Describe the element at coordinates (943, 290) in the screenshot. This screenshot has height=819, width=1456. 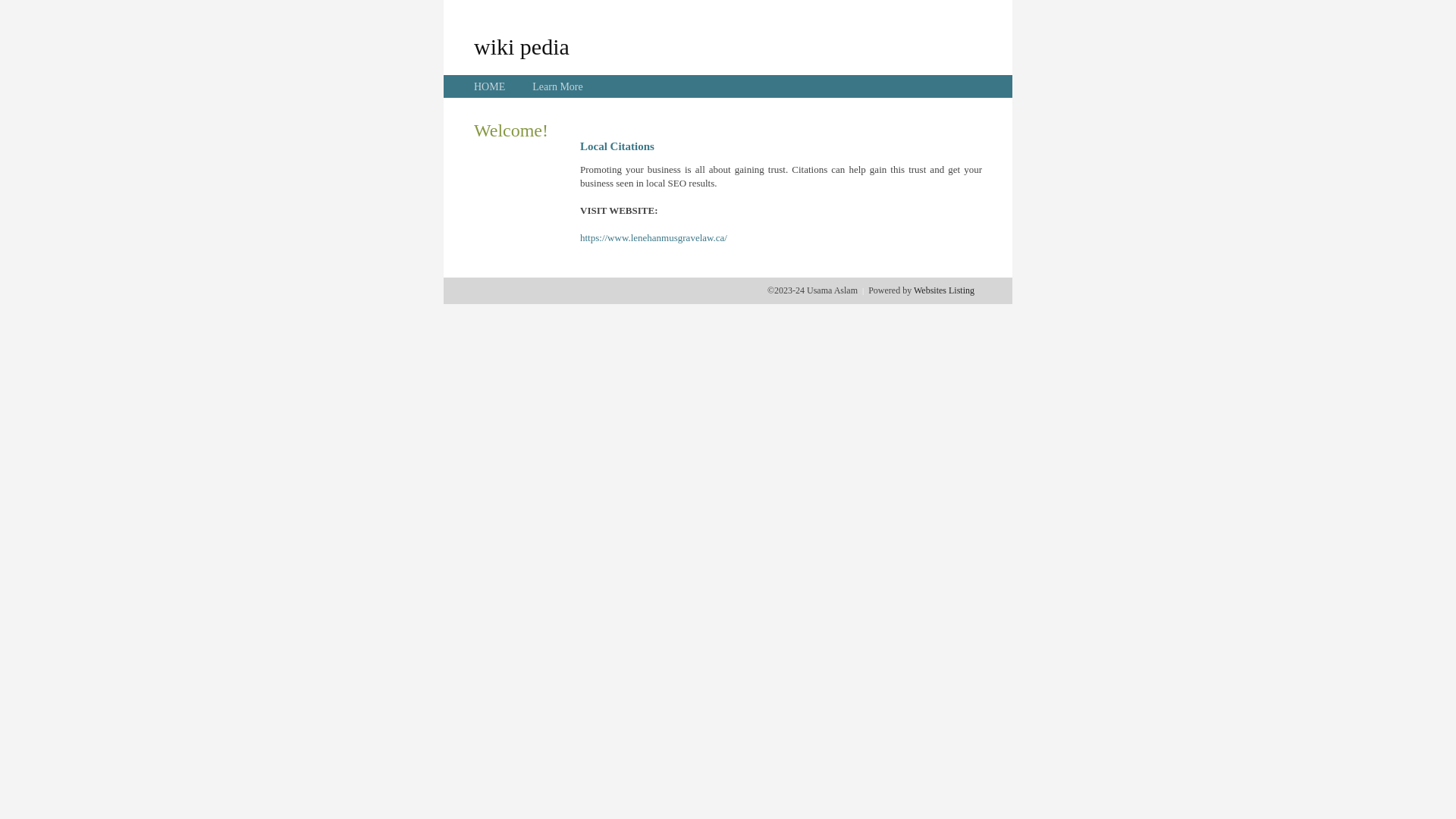
I see `'Websites Listing'` at that location.